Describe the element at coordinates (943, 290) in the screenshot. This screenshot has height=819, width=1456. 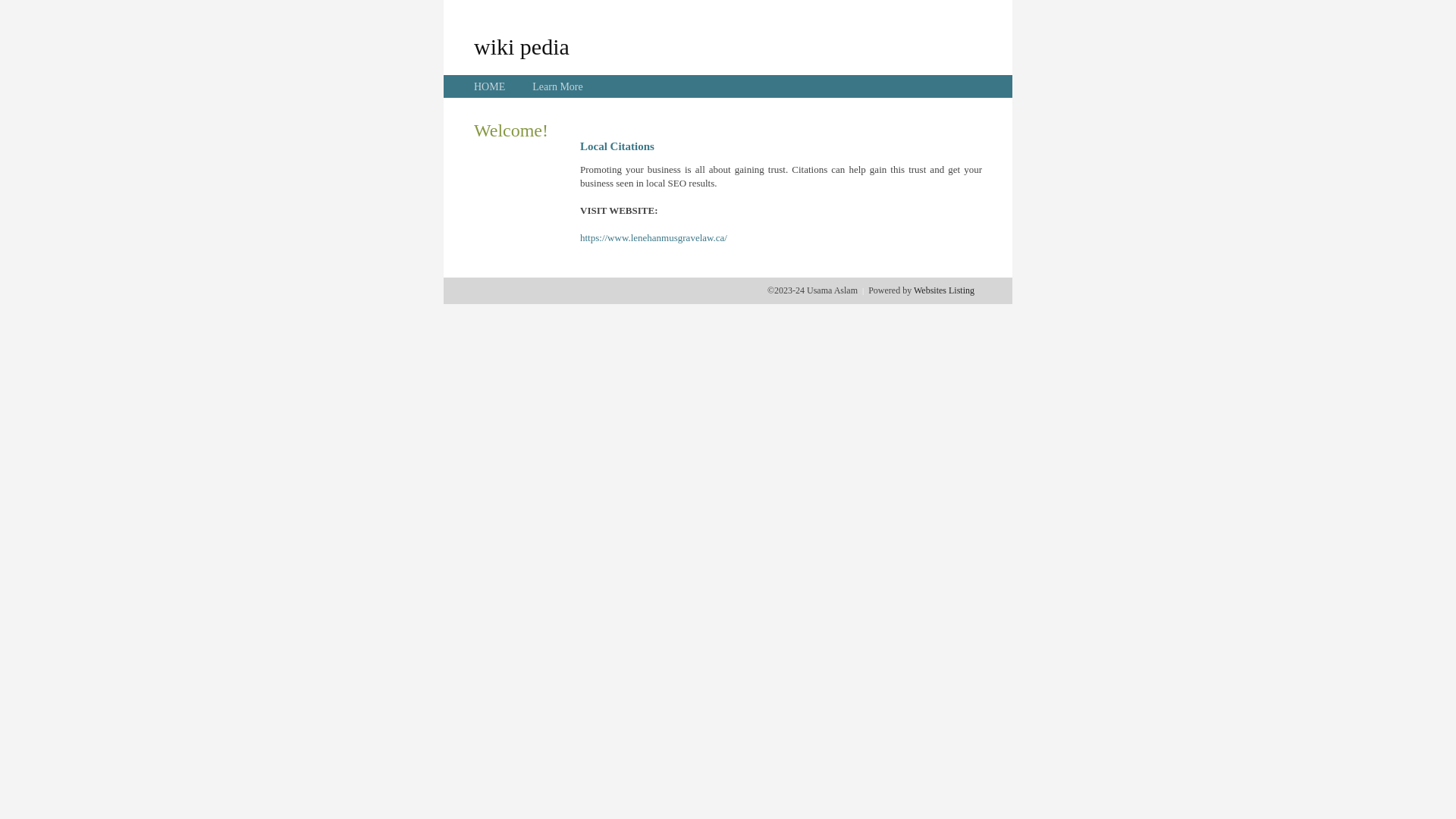
I see `'Websites Listing'` at that location.